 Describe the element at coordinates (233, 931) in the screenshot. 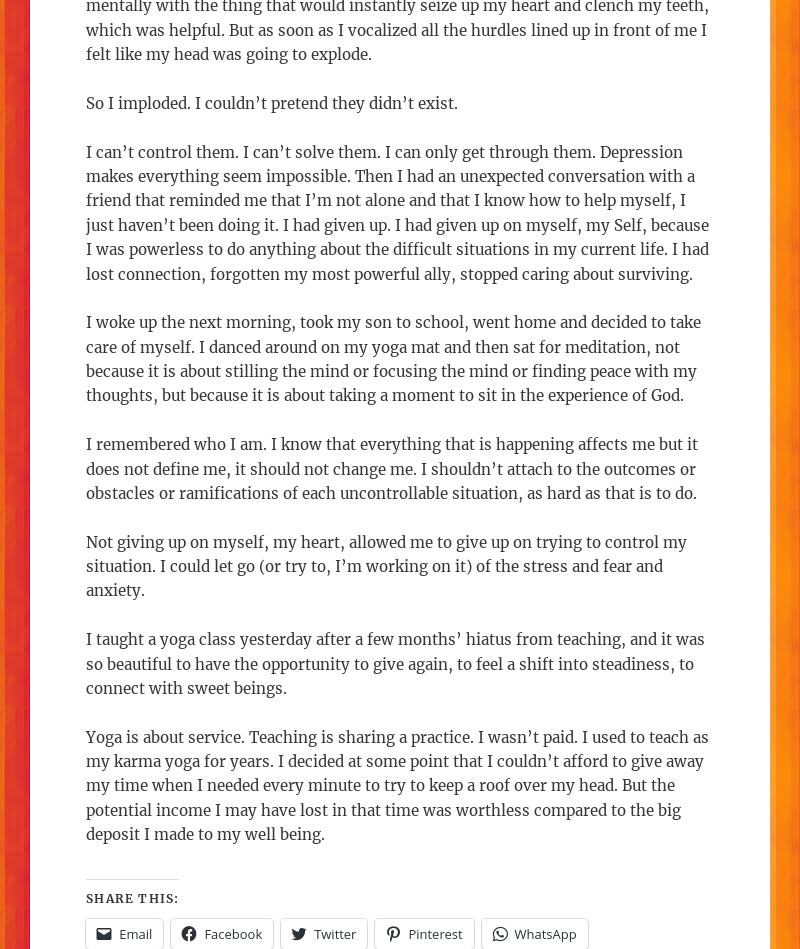

I see `'Facebook'` at that location.